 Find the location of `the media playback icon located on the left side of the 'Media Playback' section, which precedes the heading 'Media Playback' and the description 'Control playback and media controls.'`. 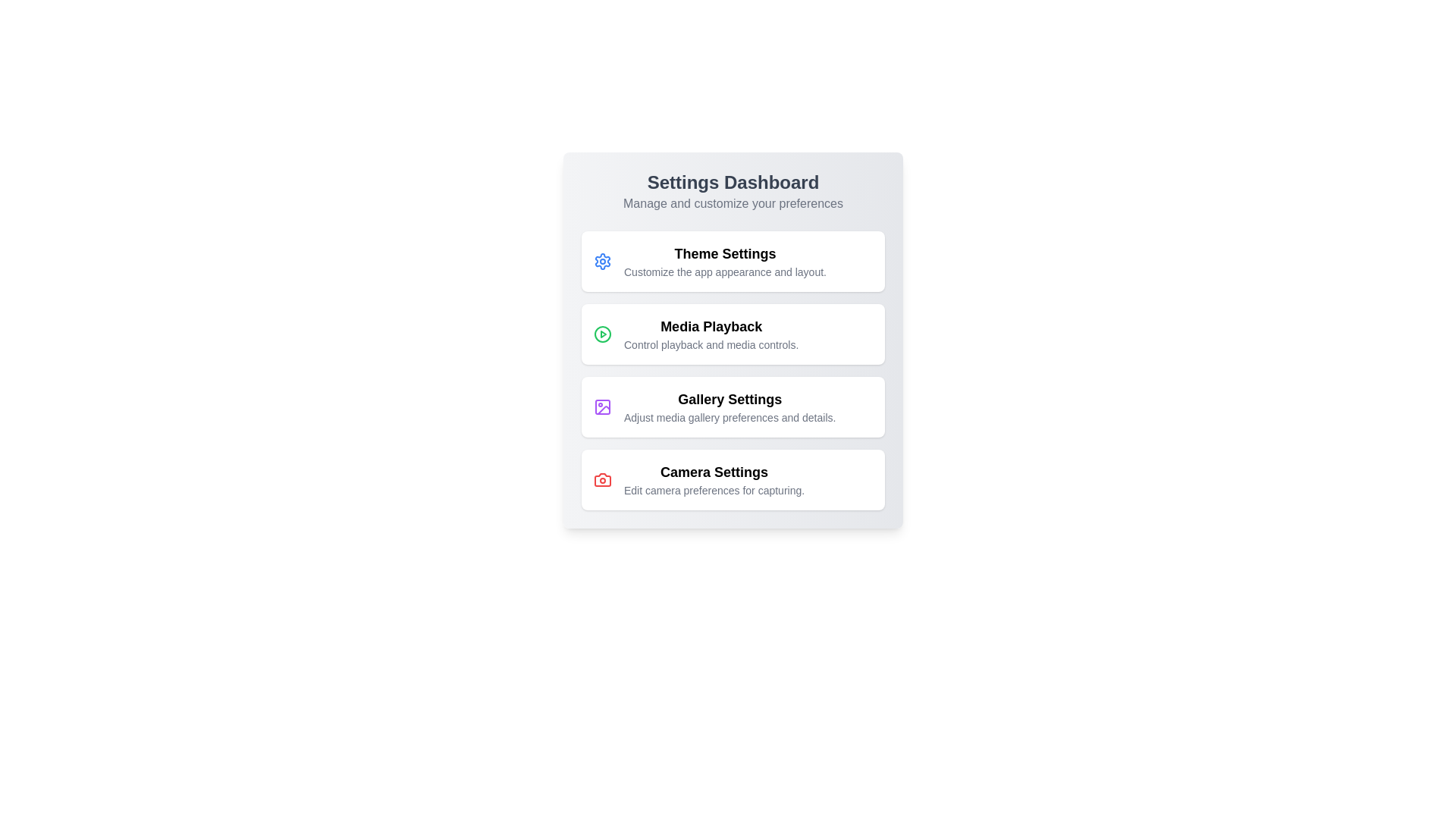

the media playback icon located on the left side of the 'Media Playback' section, which precedes the heading 'Media Playback' and the description 'Control playback and media controls.' is located at coordinates (602, 333).